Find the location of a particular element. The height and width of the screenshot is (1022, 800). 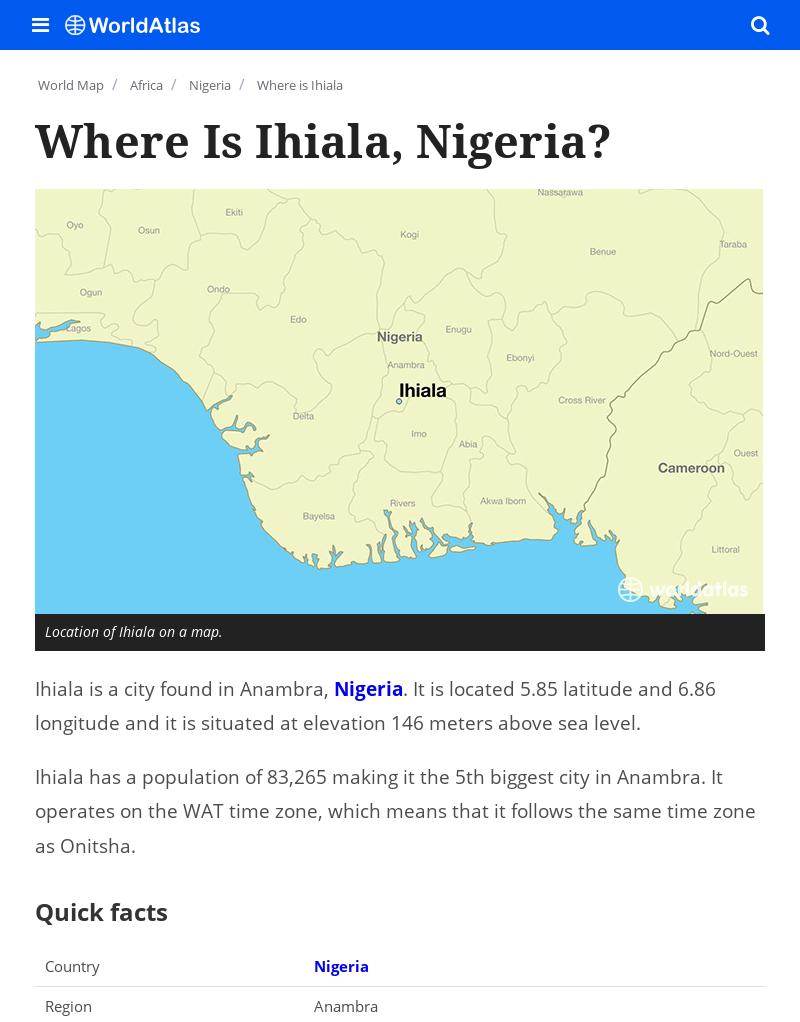

'Ihiala is a city found in Anambra,' is located at coordinates (183, 687).